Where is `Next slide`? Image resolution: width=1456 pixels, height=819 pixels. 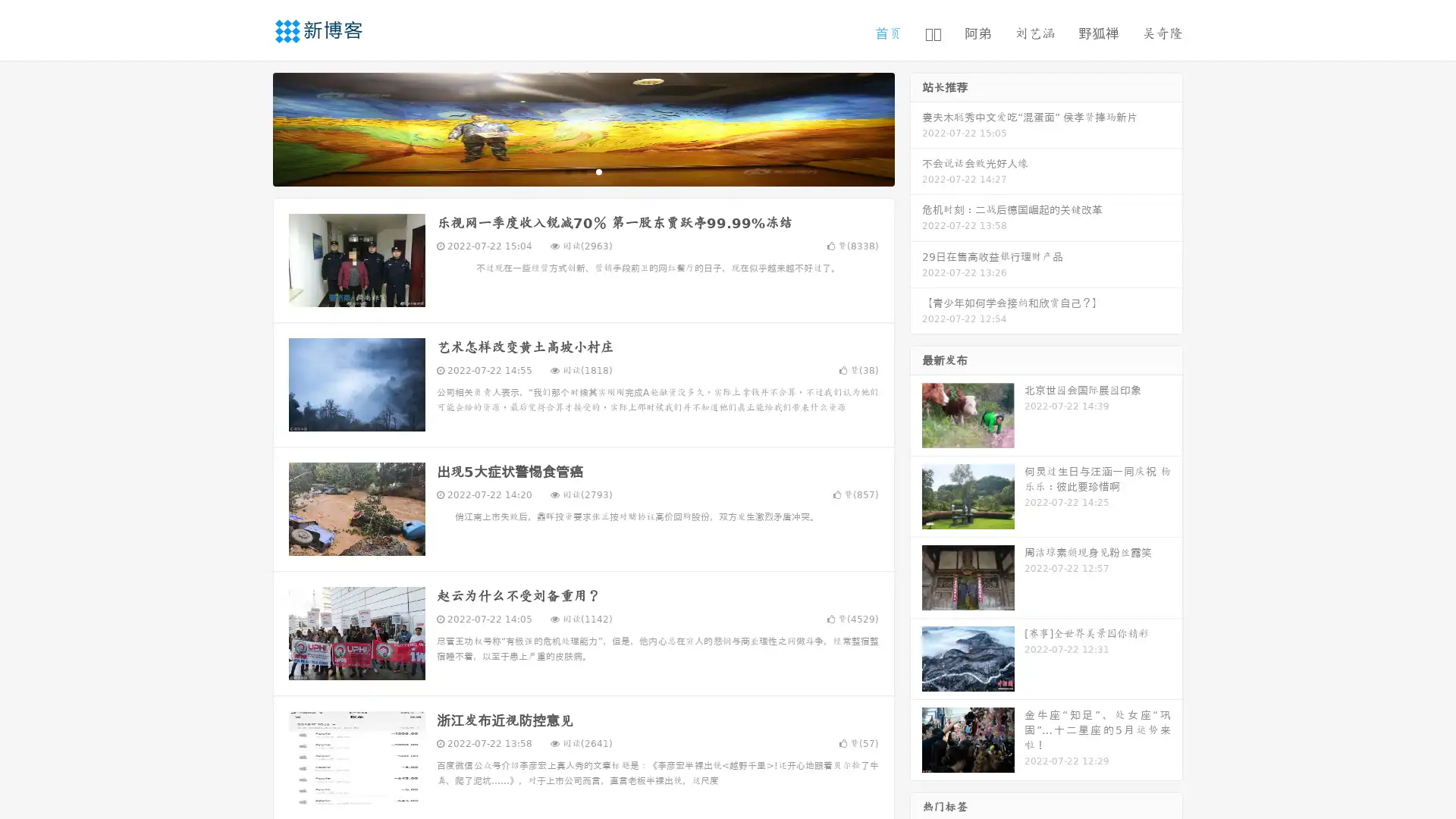
Next slide is located at coordinates (916, 127).